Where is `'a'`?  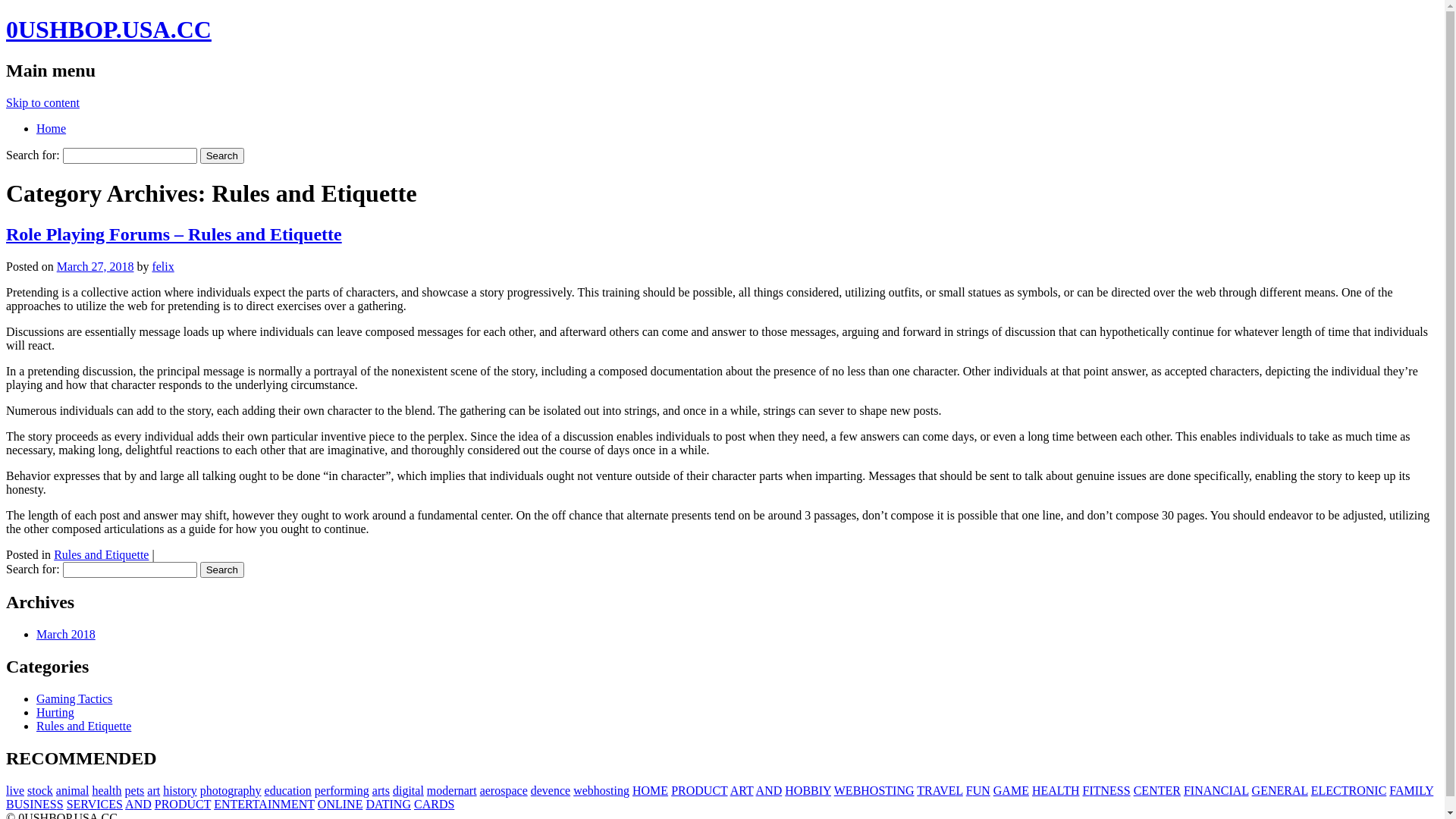
'a' is located at coordinates (82, 789).